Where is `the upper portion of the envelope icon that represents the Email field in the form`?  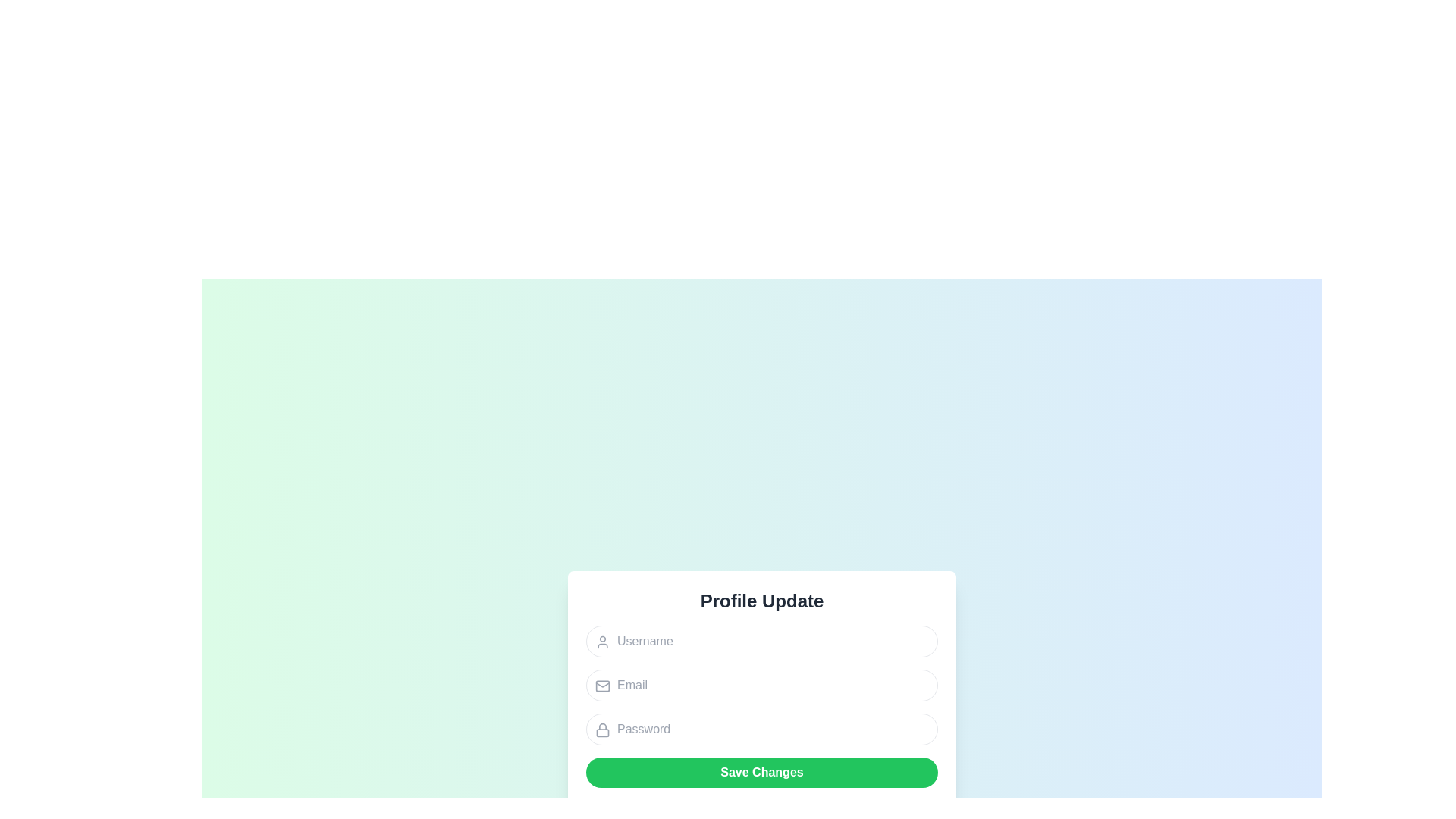 the upper portion of the envelope icon that represents the Email field in the form is located at coordinates (602, 686).